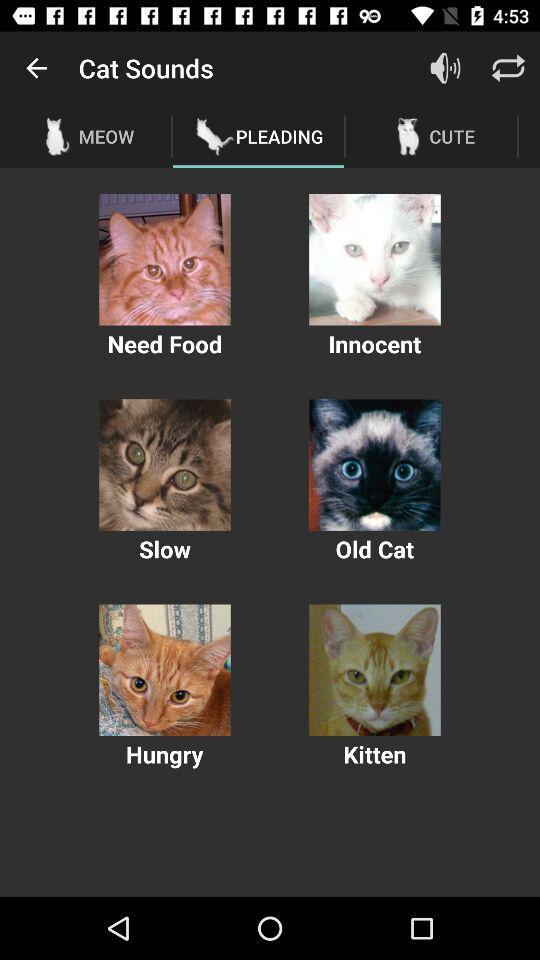 The height and width of the screenshot is (960, 540). Describe the element at coordinates (374, 258) in the screenshot. I see `hear a cat sound` at that location.